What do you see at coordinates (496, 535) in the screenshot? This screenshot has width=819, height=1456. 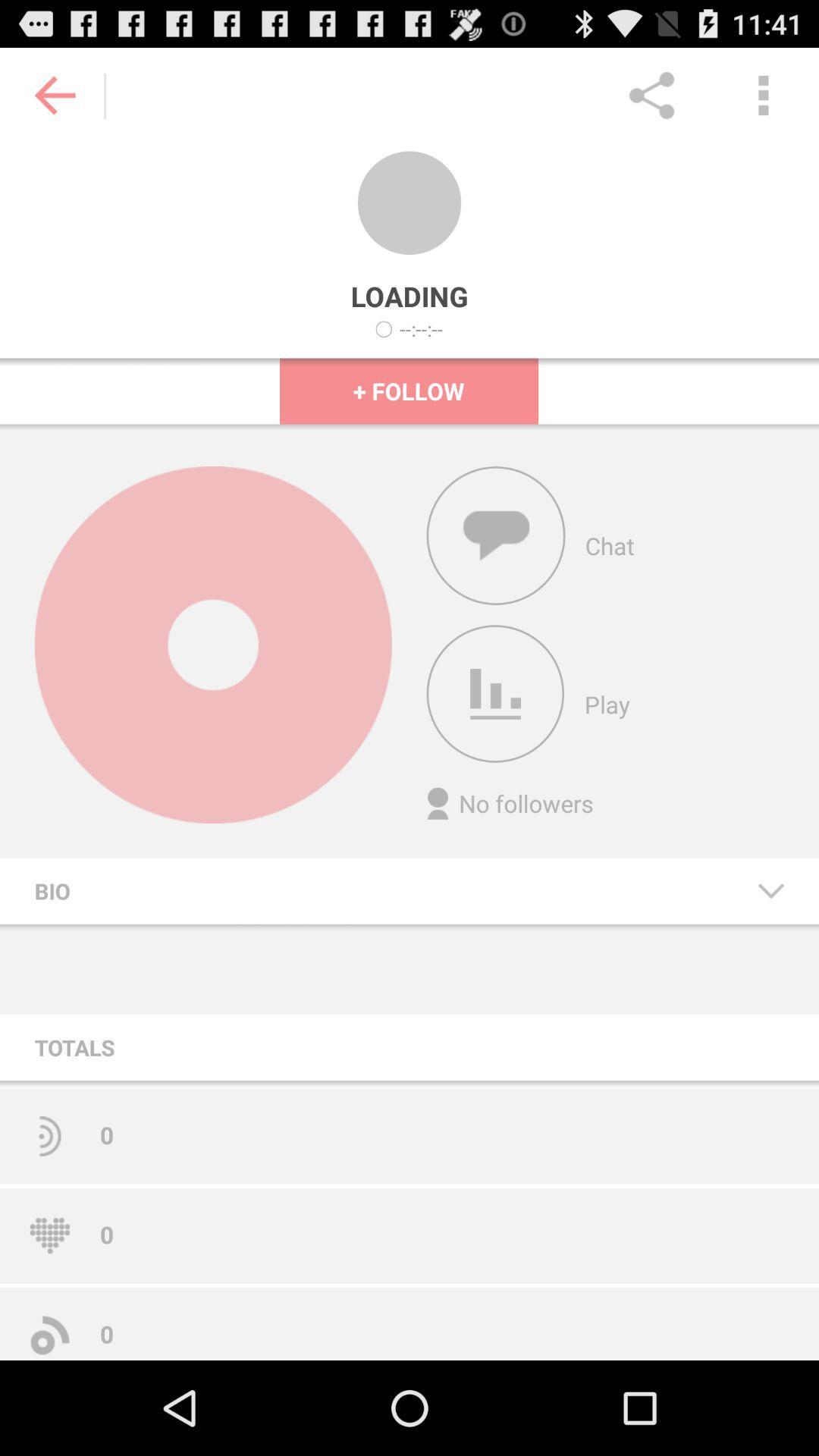 I see `item to the left of the chat icon` at bounding box center [496, 535].